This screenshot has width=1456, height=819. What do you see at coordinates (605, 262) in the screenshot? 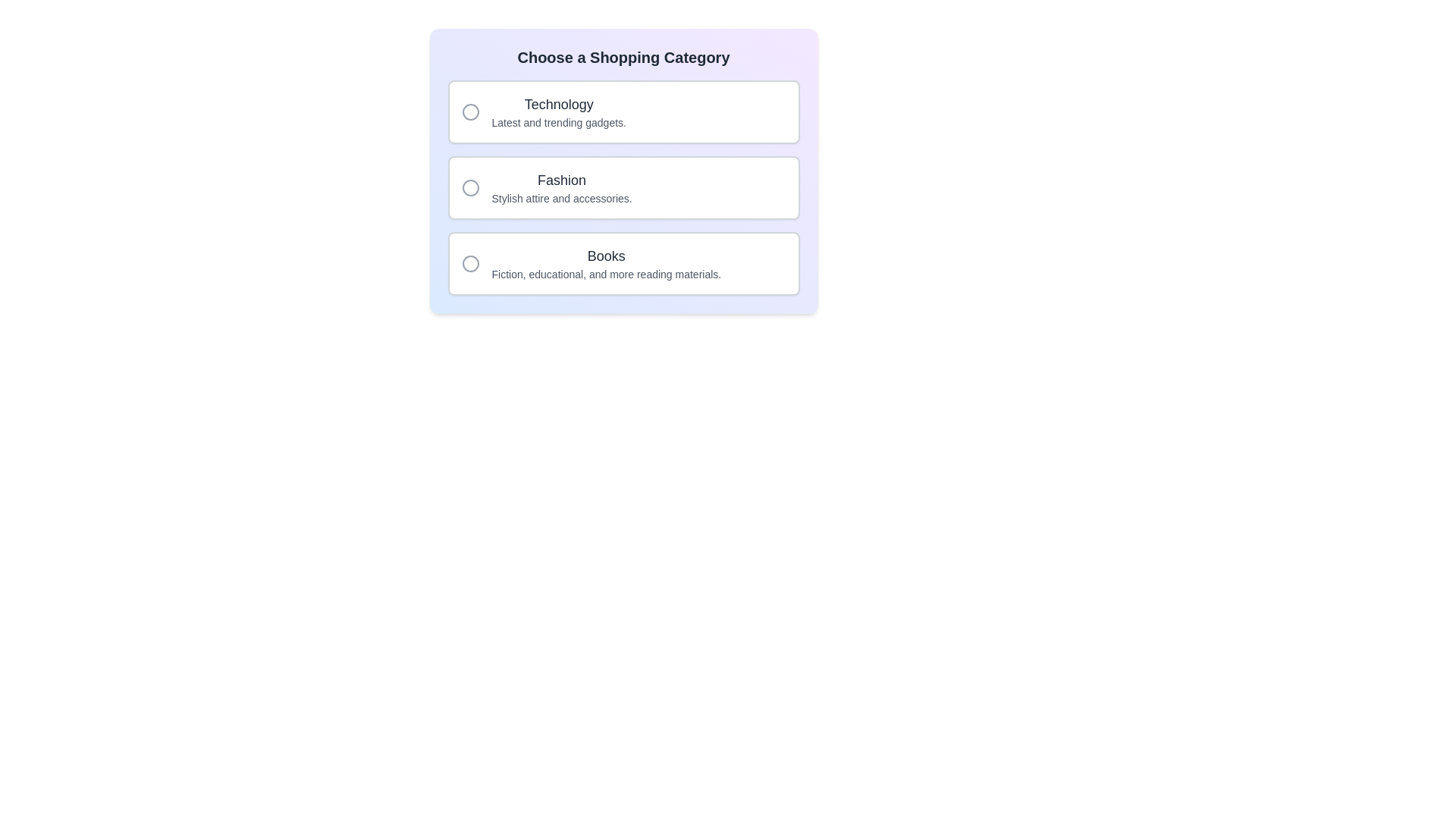
I see `text information from the 'Books' text block located in the 'Choose a Shopping Category' section, which has a bold title and a description beneath it` at bounding box center [605, 262].